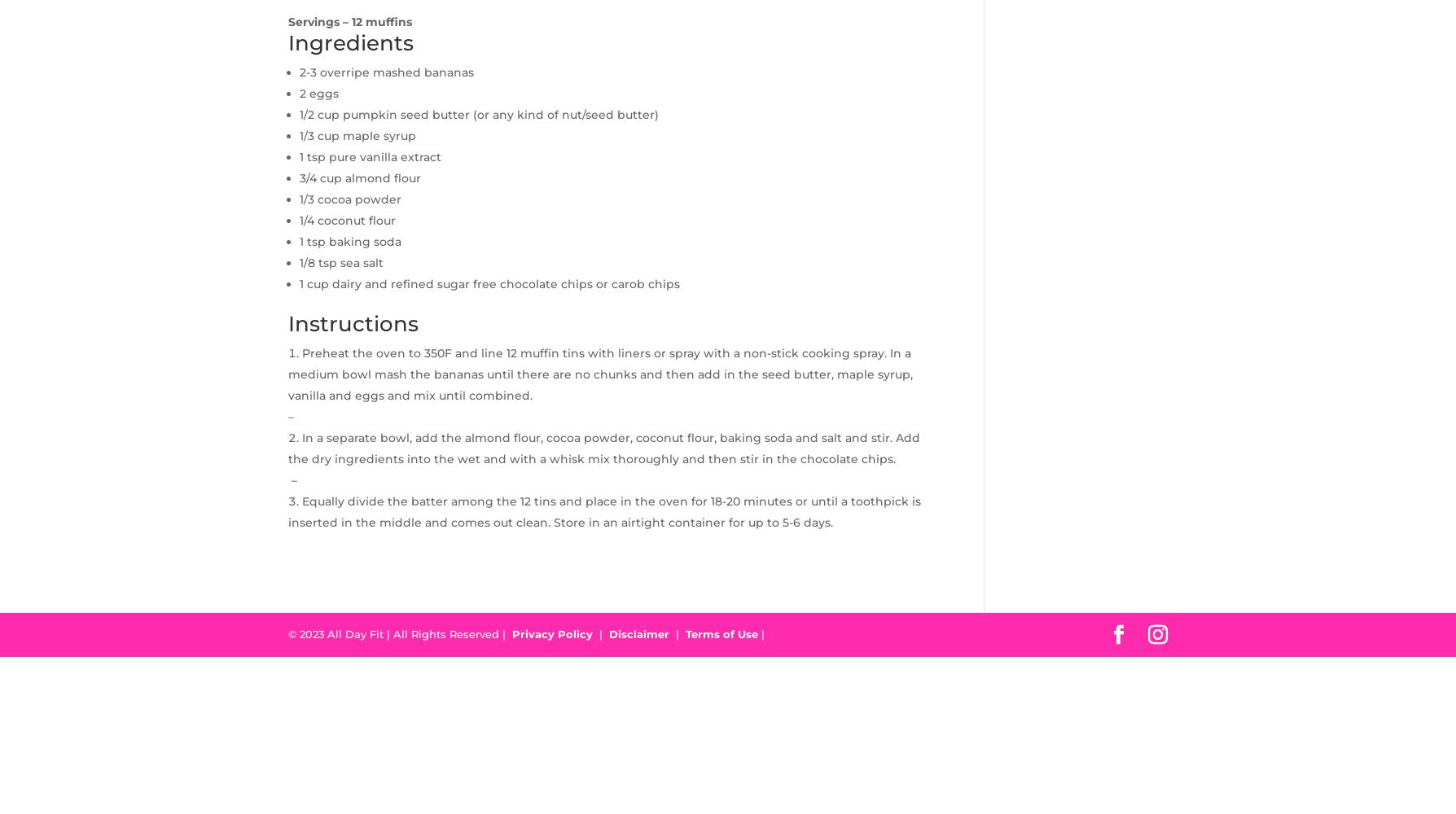  Describe the element at coordinates (357, 135) in the screenshot. I see `'1/3 cup maple syrup'` at that location.